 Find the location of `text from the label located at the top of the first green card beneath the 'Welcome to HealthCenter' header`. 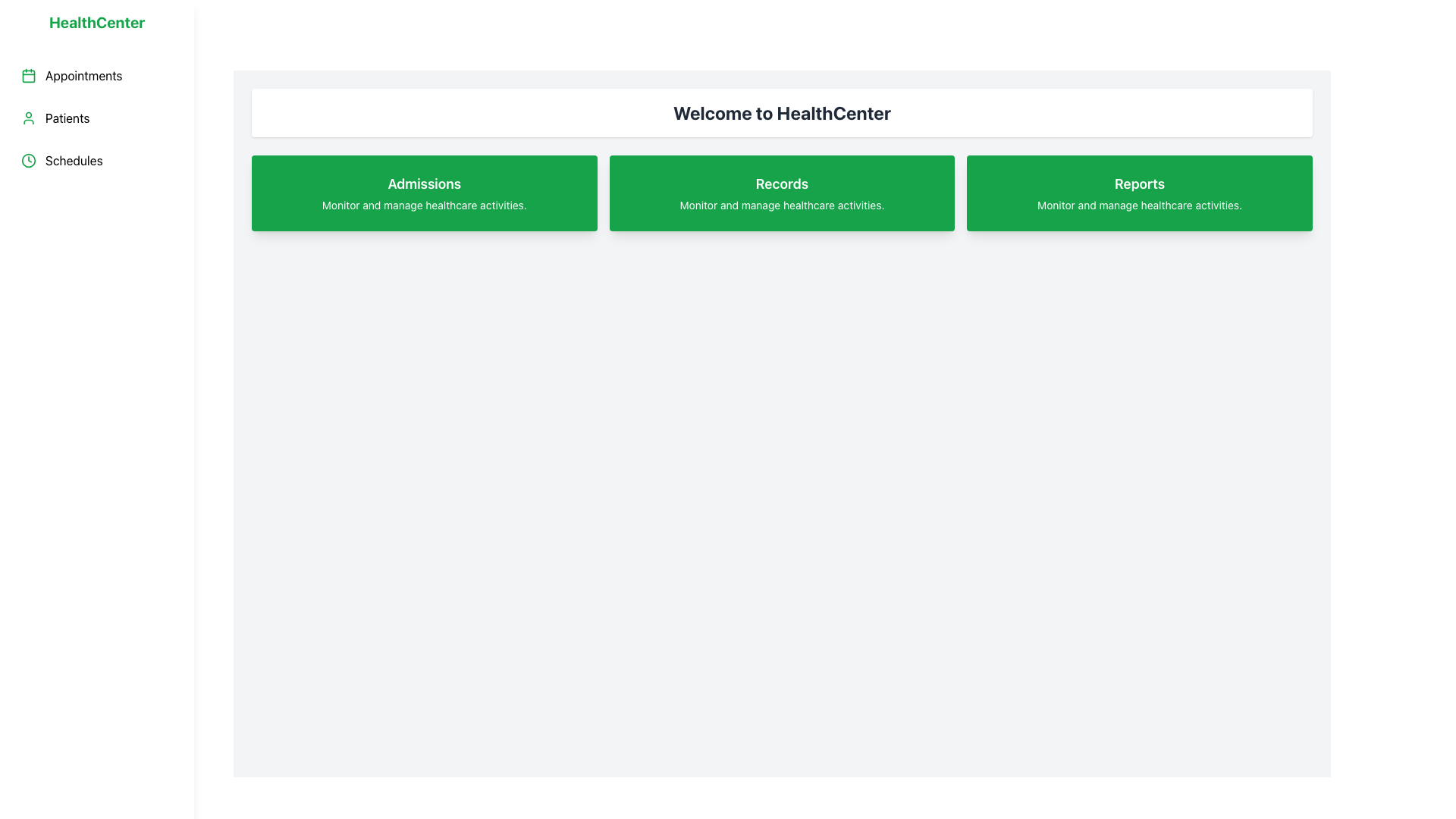

text from the label located at the top of the first green card beneath the 'Welcome to HealthCenter' header is located at coordinates (424, 184).